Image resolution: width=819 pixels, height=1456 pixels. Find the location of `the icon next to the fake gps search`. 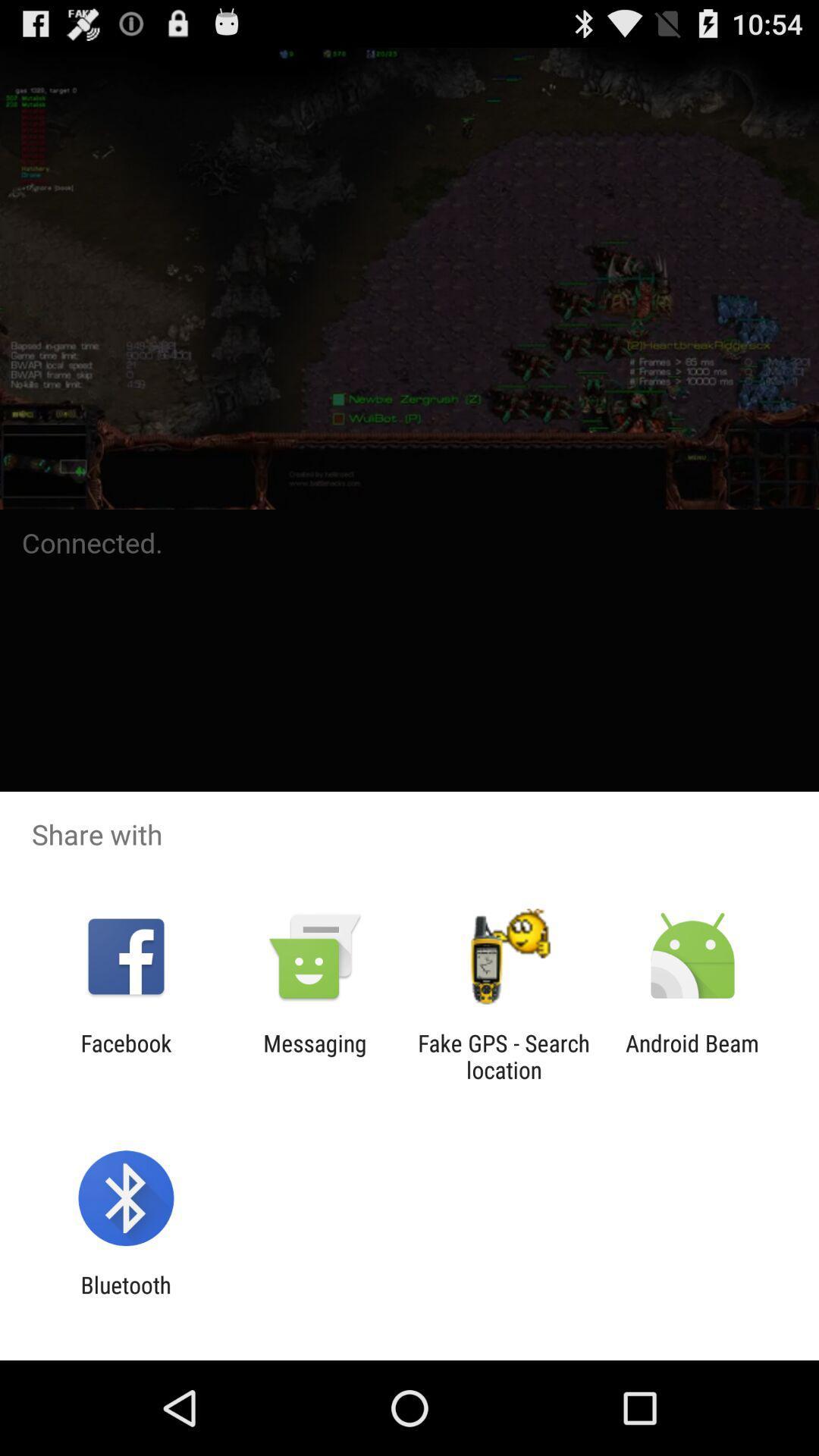

the icon next to the fake gps search is located at coordinates (692, 1056).